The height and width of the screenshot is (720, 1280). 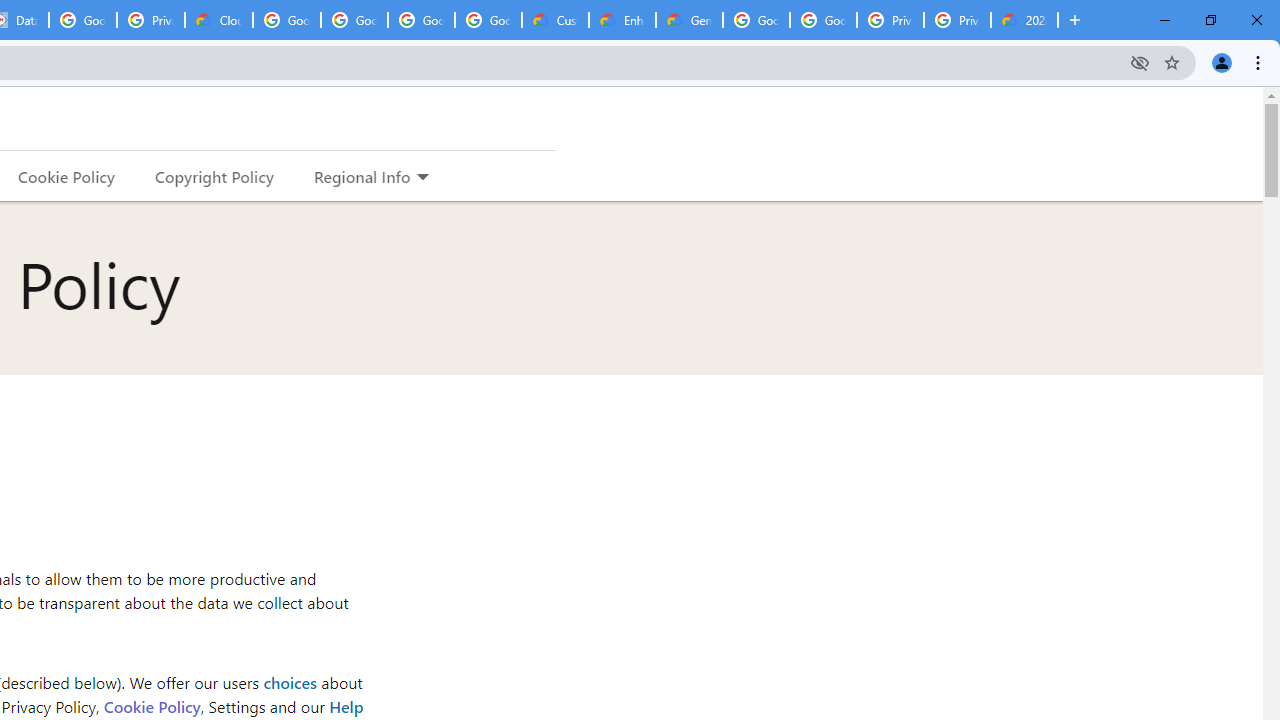 I want to click on 'Third-party cookies blocked', so click(x=1139, y=61).